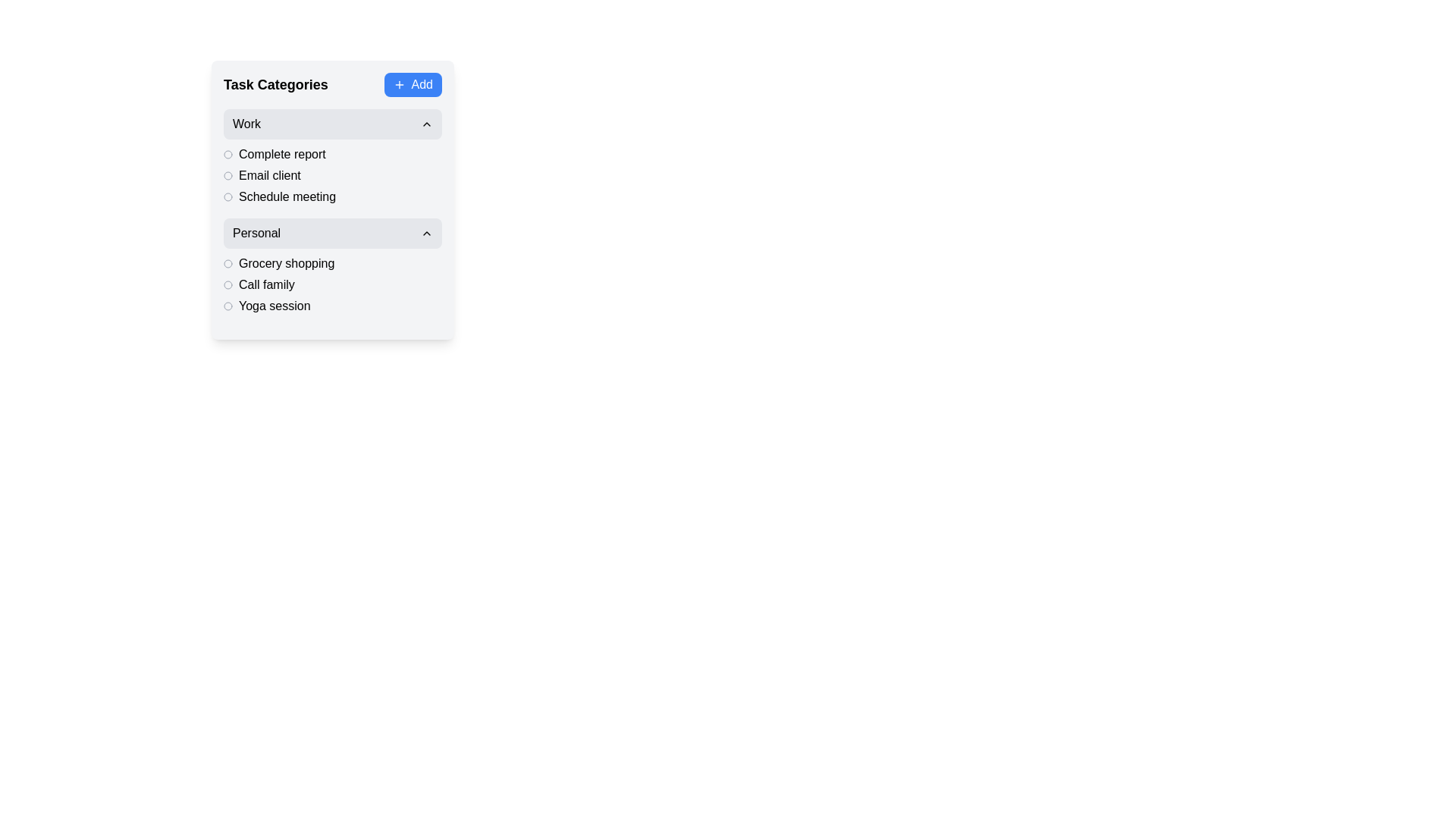 The height and width of the screenshot is (819, 1456). What do you see at coordinates (227, 174) in the screenshot?
I see `the small circular gray icon located to the left of the 'Email client' text in the 'Task Categories' section` at bounding box center [227, 174].